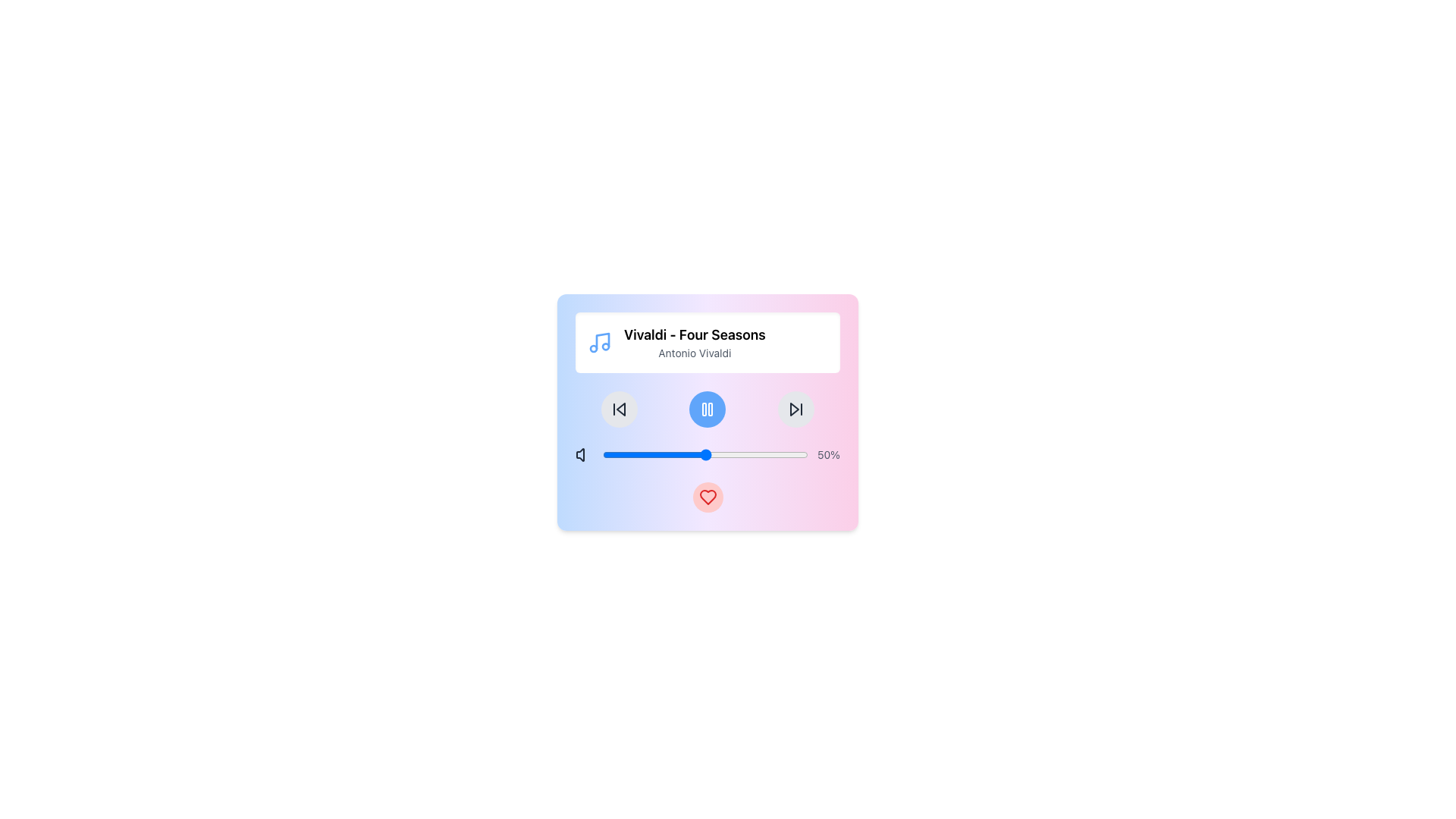  Describe the element at coordinates (710, 409) in the screenshot. I see `the right vertical bar of the pause icon located at the center of the player controller, which is styled with thin lines indicating it is inactive or not playing` at that location.